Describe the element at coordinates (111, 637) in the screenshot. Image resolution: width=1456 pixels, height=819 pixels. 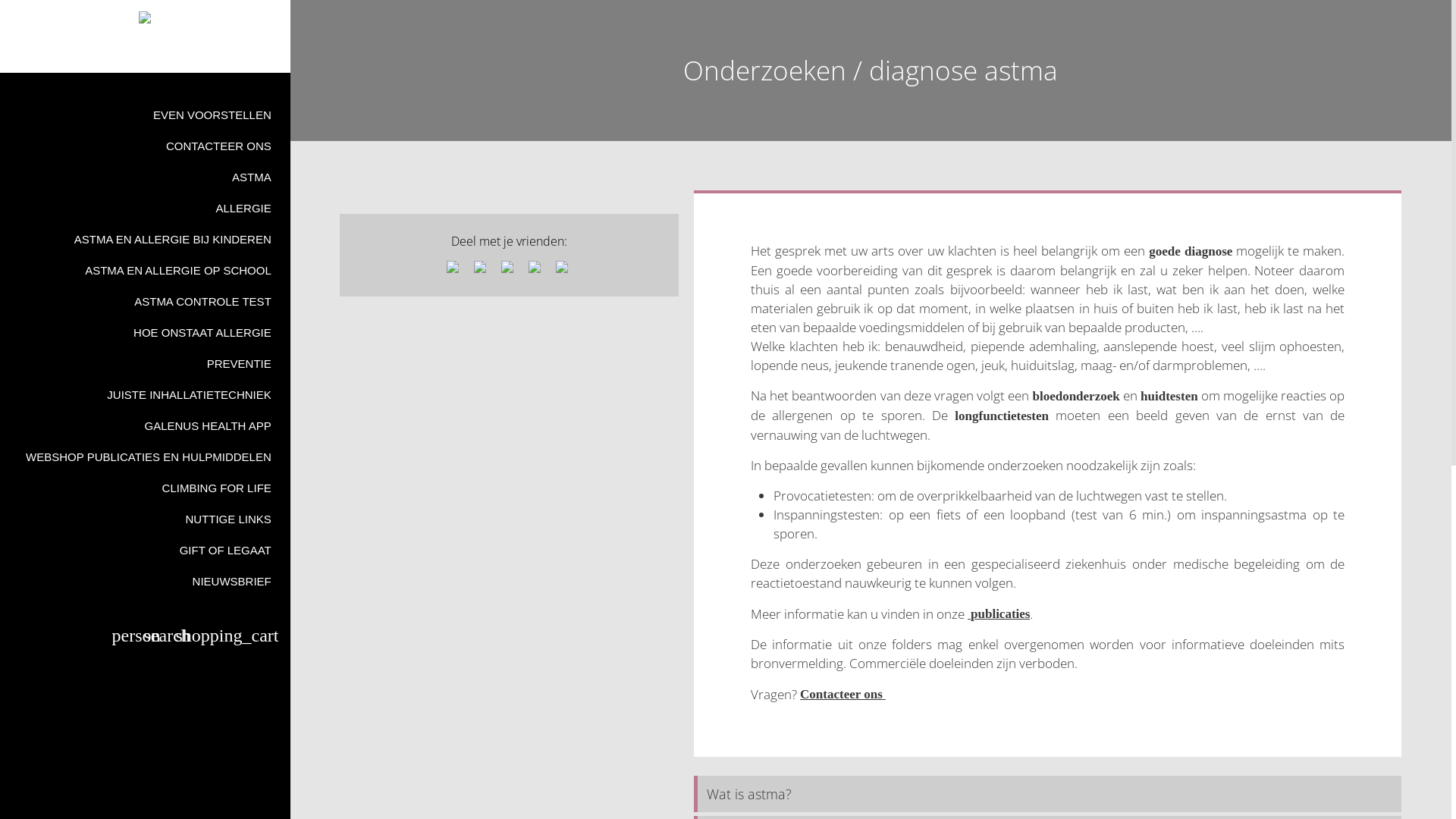
I see `'person'` at that location.